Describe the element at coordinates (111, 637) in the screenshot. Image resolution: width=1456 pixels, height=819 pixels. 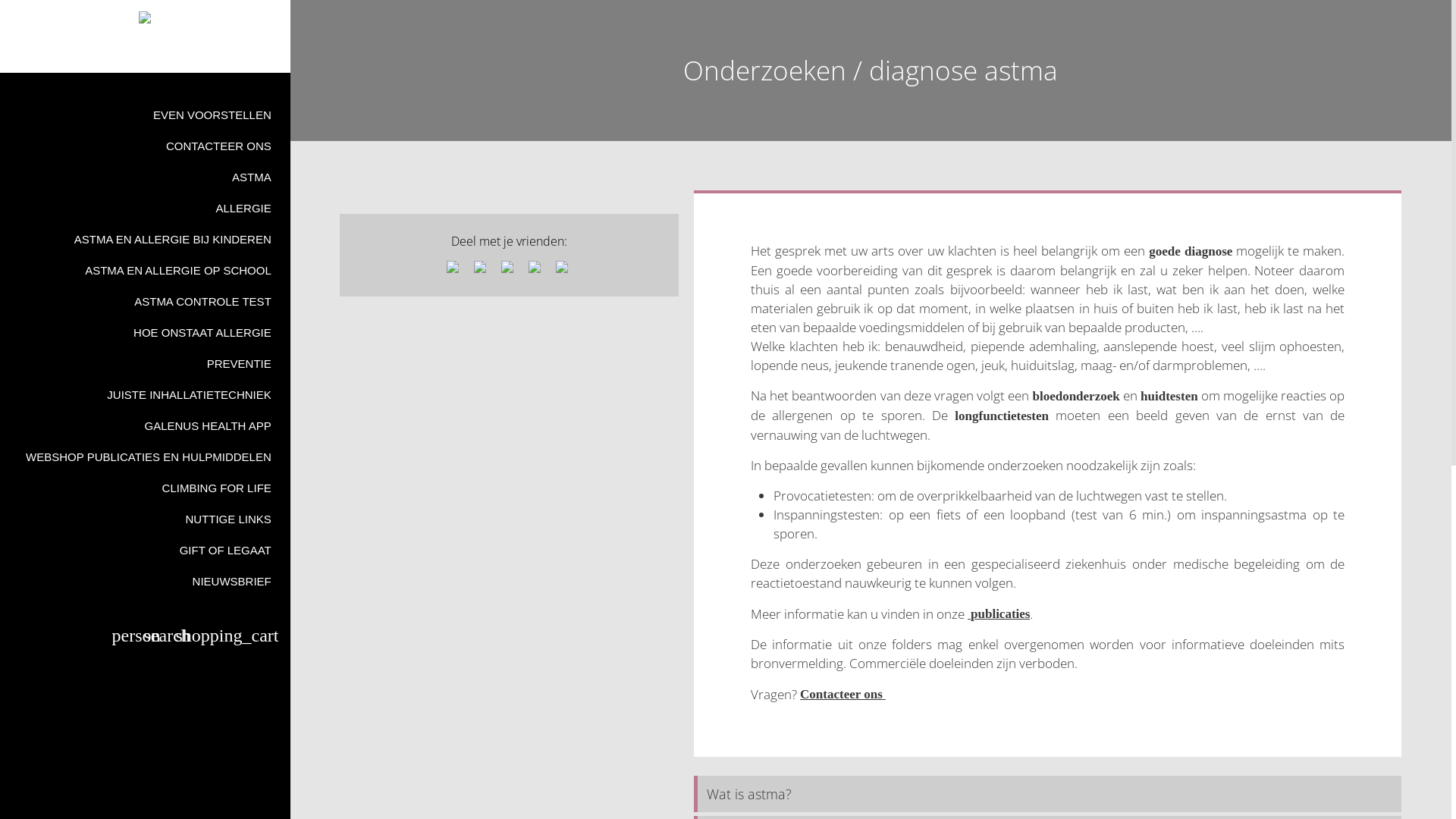
I see `'person'` at that location.